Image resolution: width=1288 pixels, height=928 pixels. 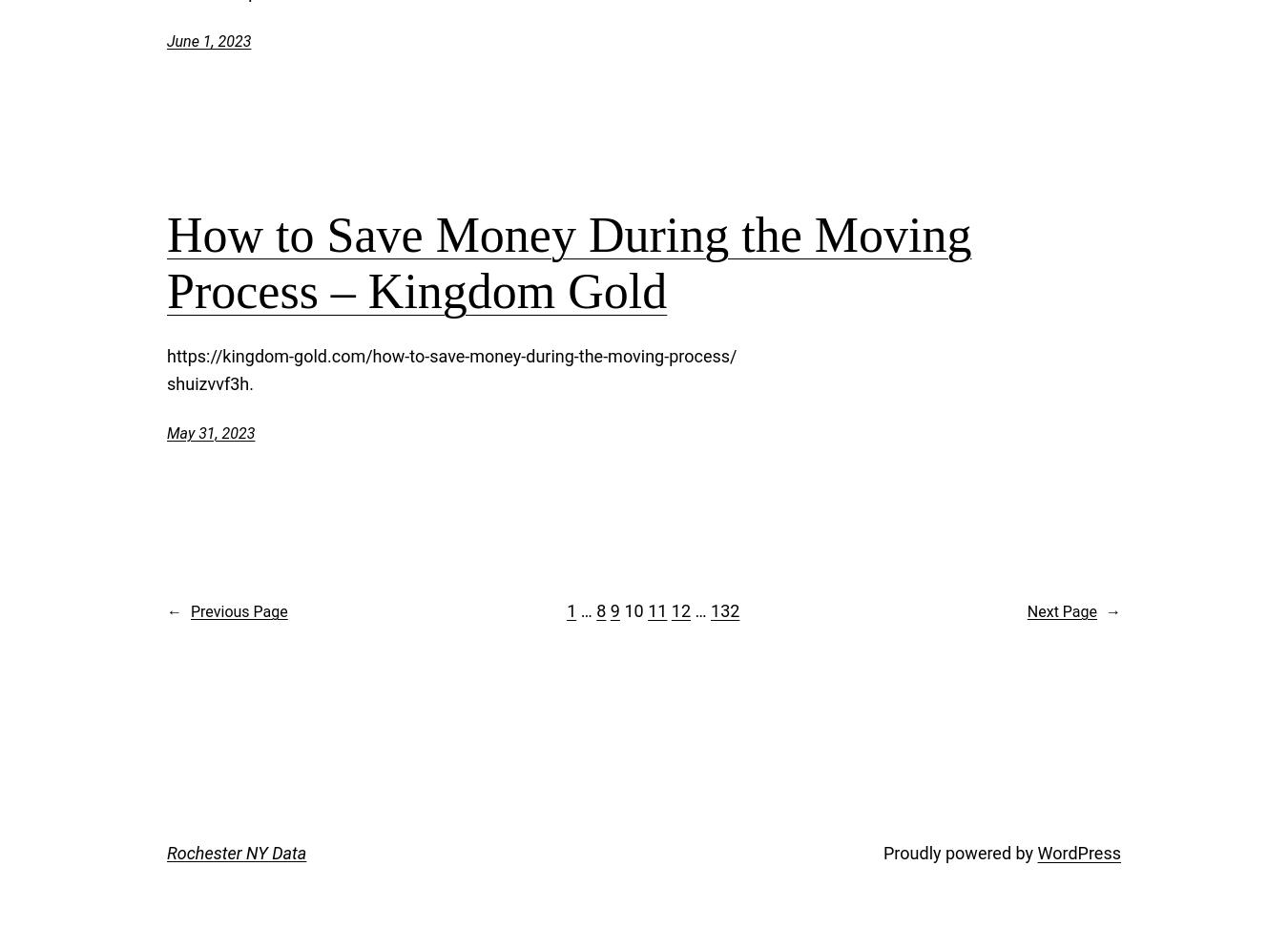 I want to click on '1', so click(x=571, y=609).